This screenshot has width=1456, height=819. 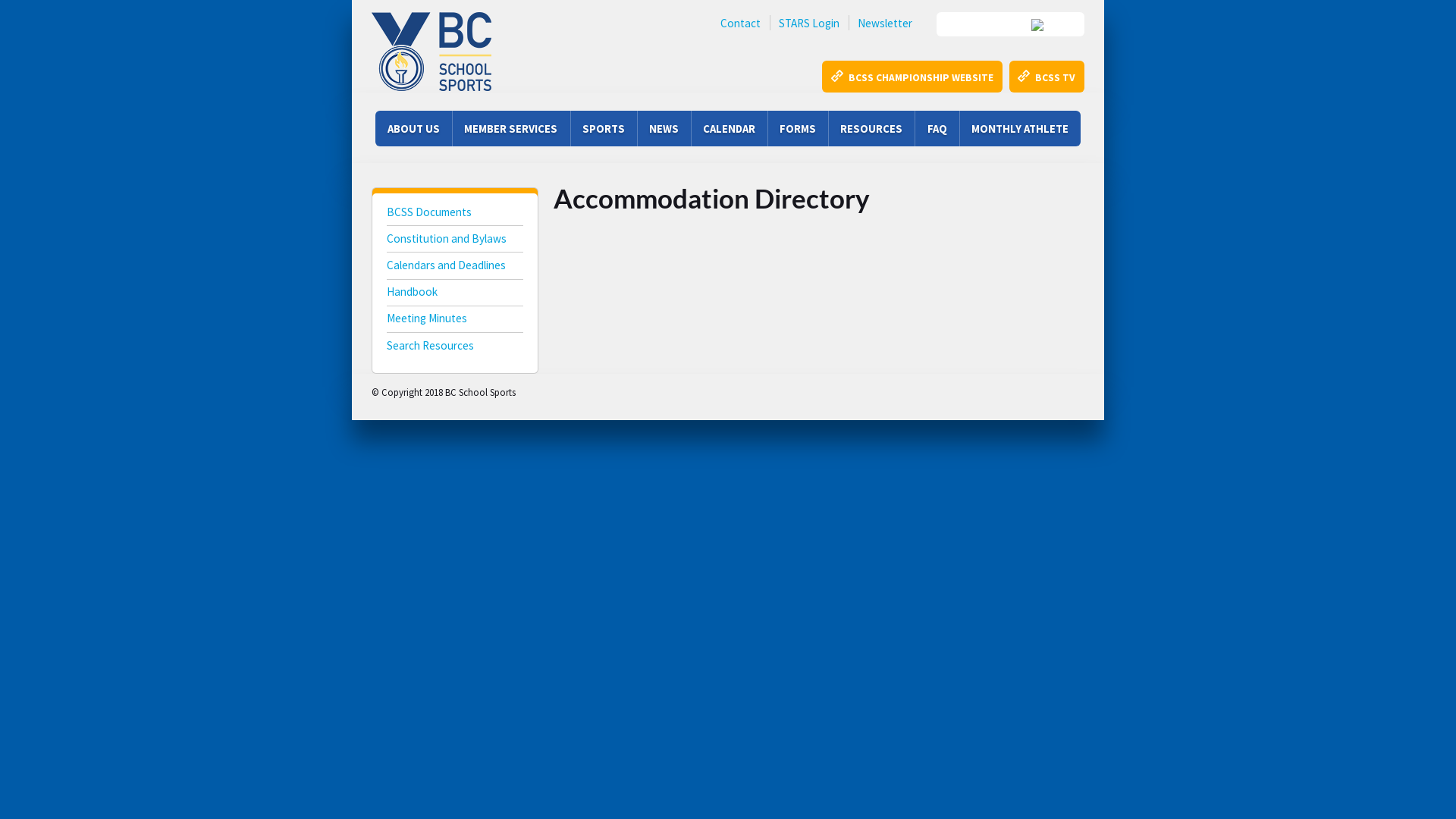 What do you see at coordinates (871, 127) in the screenshot?
I see `'RESOURCES'` at bounding box center [871, 127].